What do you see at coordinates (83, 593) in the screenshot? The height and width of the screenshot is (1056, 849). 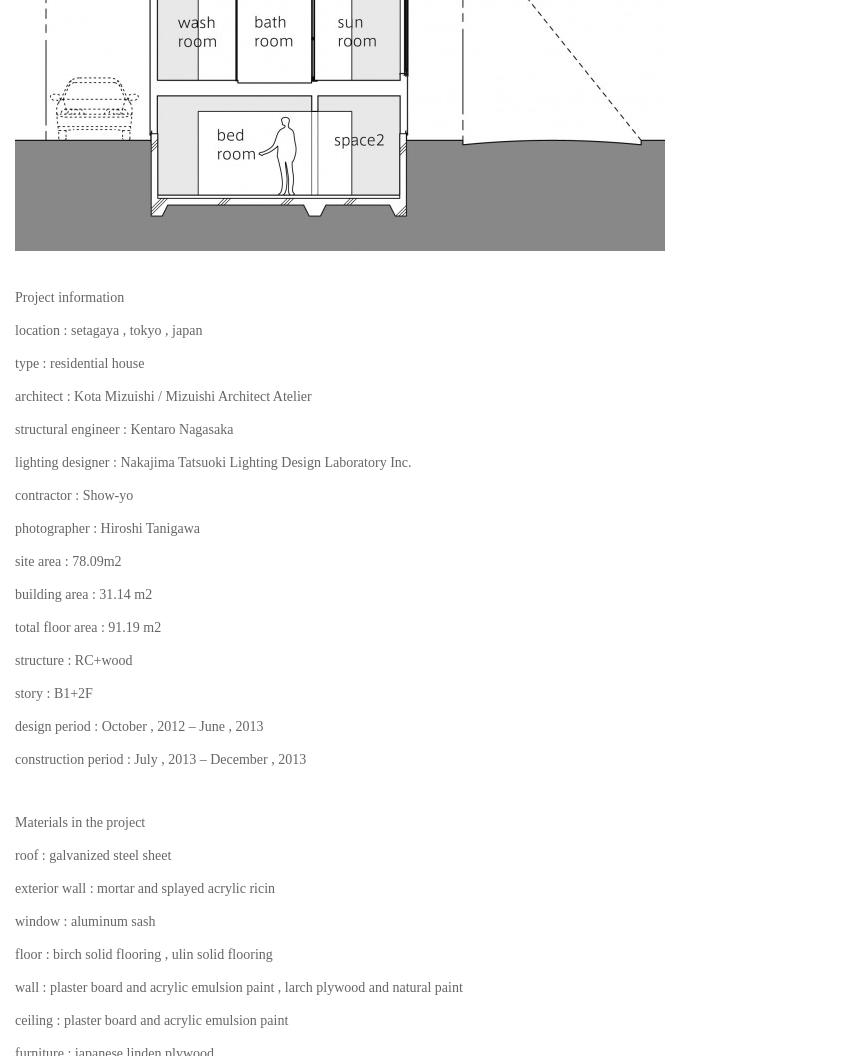 I see `'building area : 31.14 m2'` at bounding box center [83, 593].